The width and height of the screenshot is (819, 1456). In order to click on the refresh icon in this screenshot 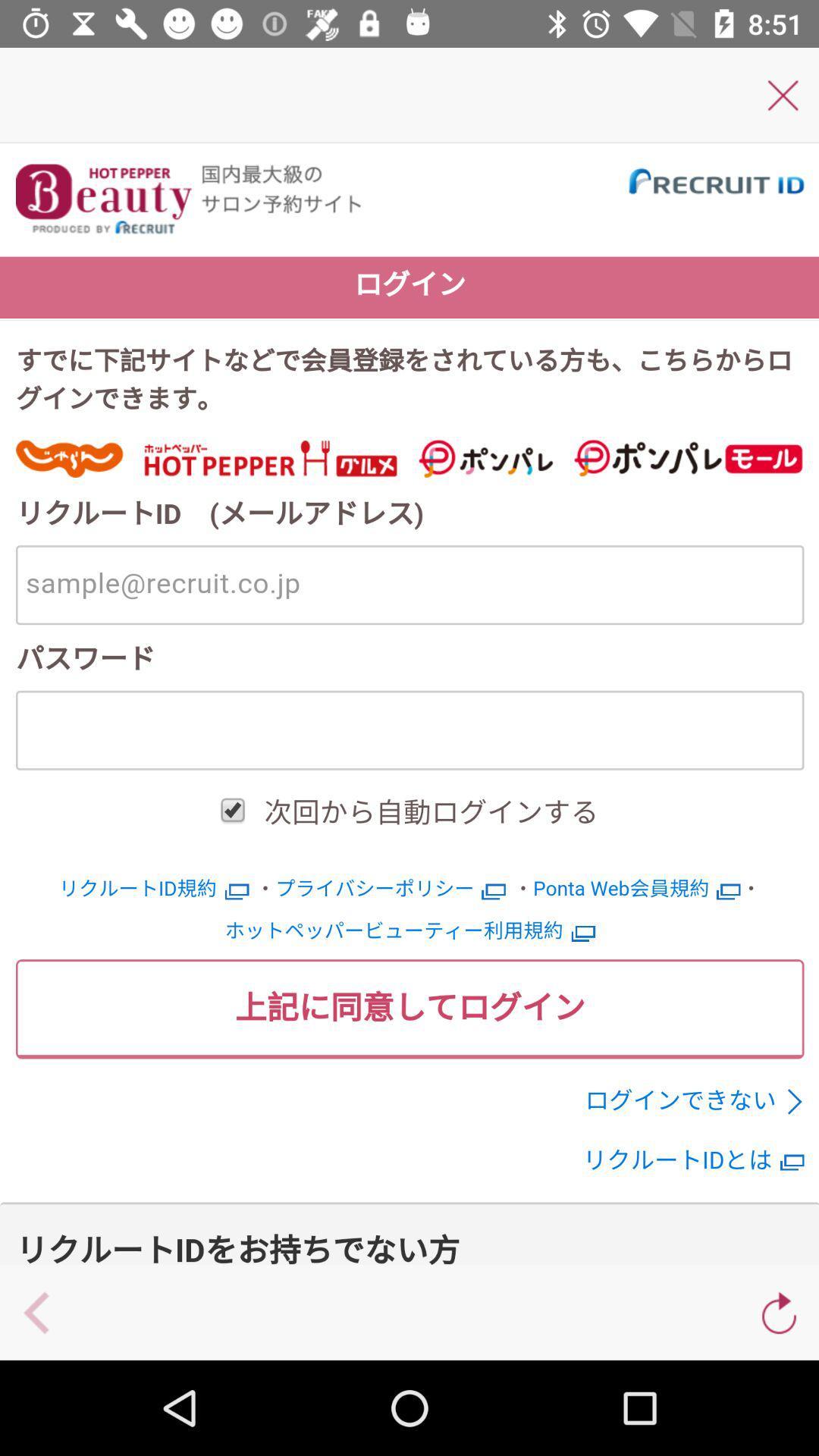, I will do `click(779, 1312)`.